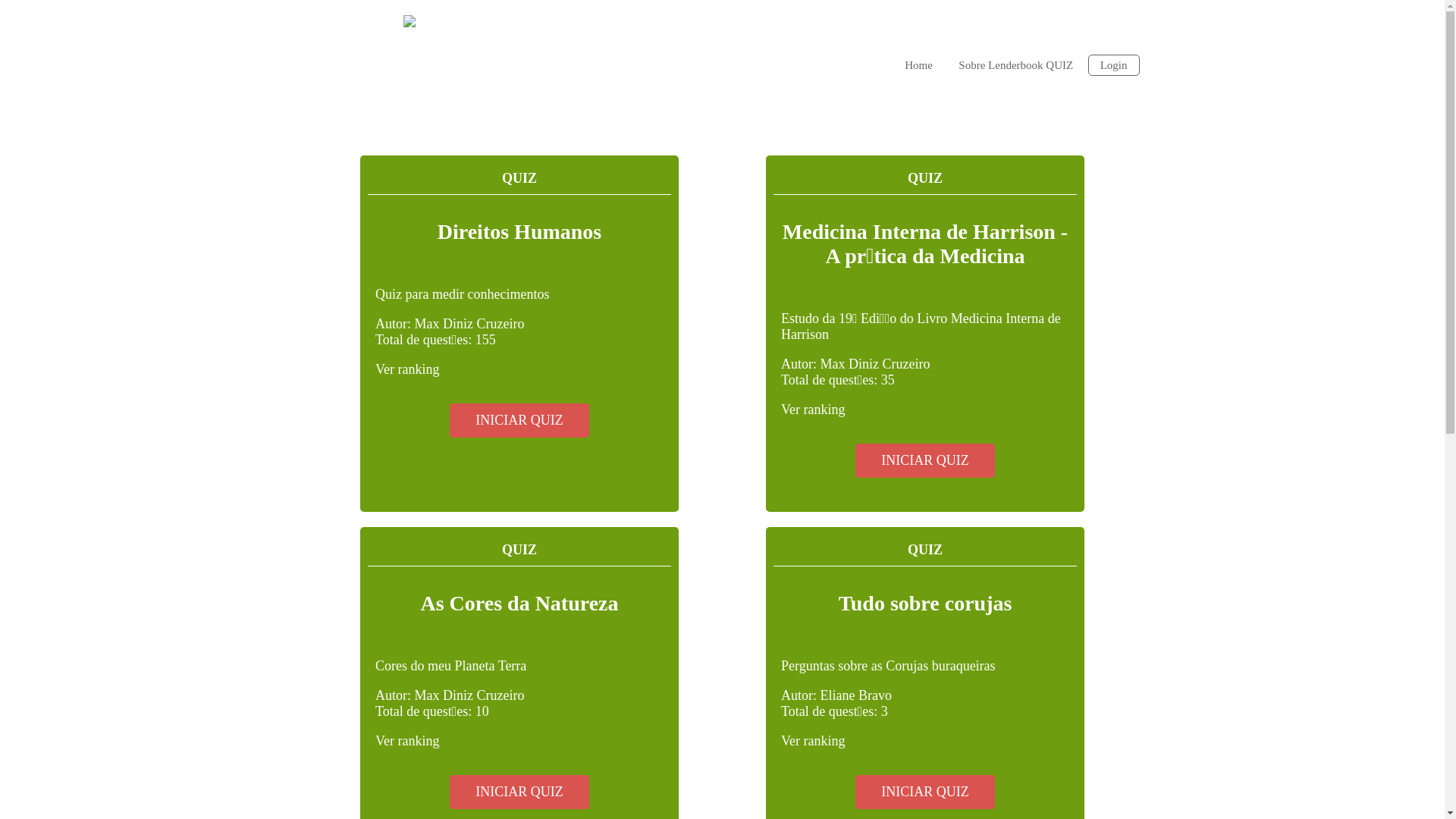 This screenshot has width=1456, height=819. Describe the element at coordinates (1113, 64) in the screenshot. I see `'Login'` at that location.